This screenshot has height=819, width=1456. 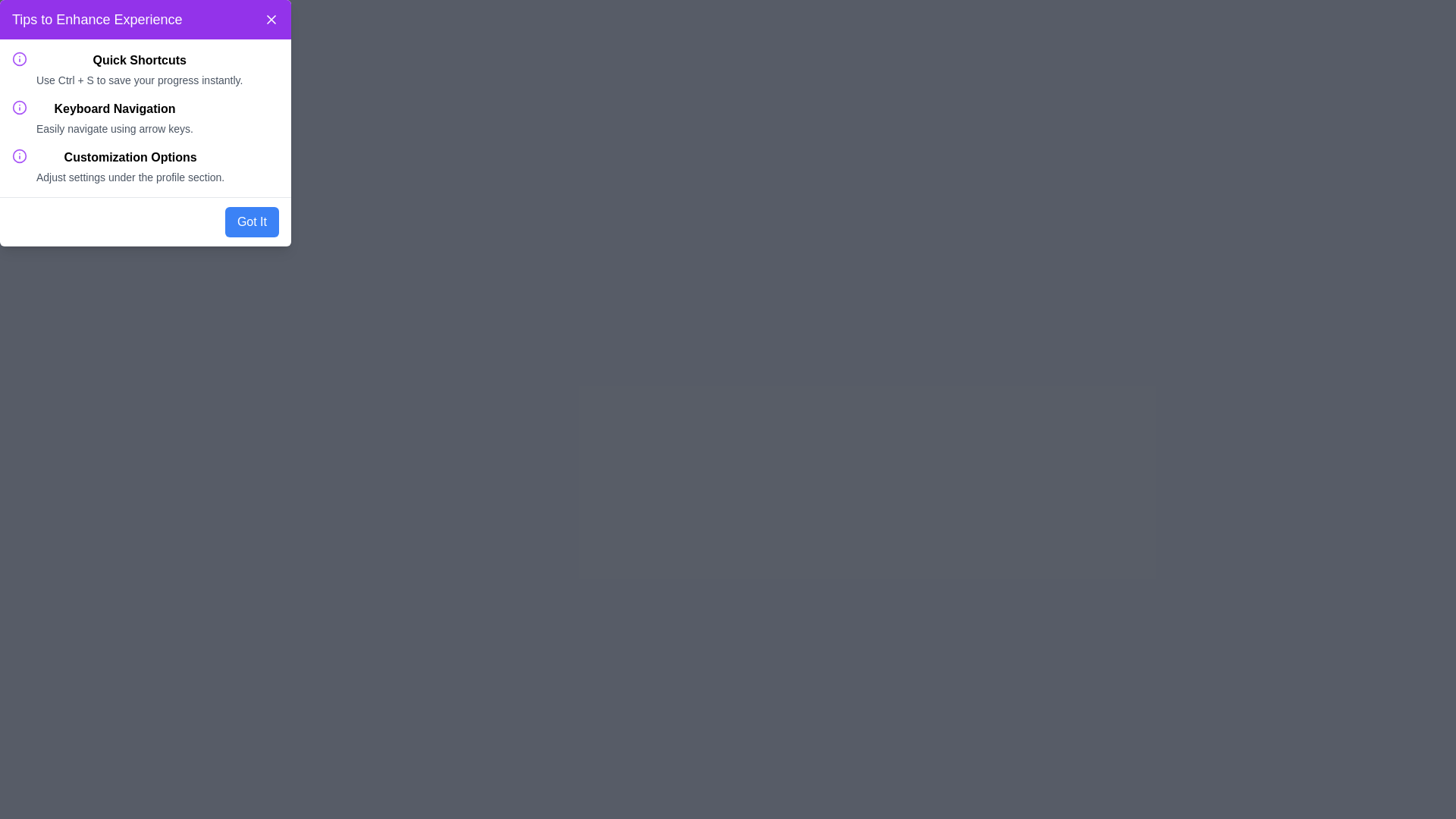 I want to click on the second heading in the purple modal dialog titled 'Tips to Enhance Experience', which is located above the description 'Easily navigate using arrow keys.' and below the heading 'Quick Shortcuts', so click(x=114, y=108).